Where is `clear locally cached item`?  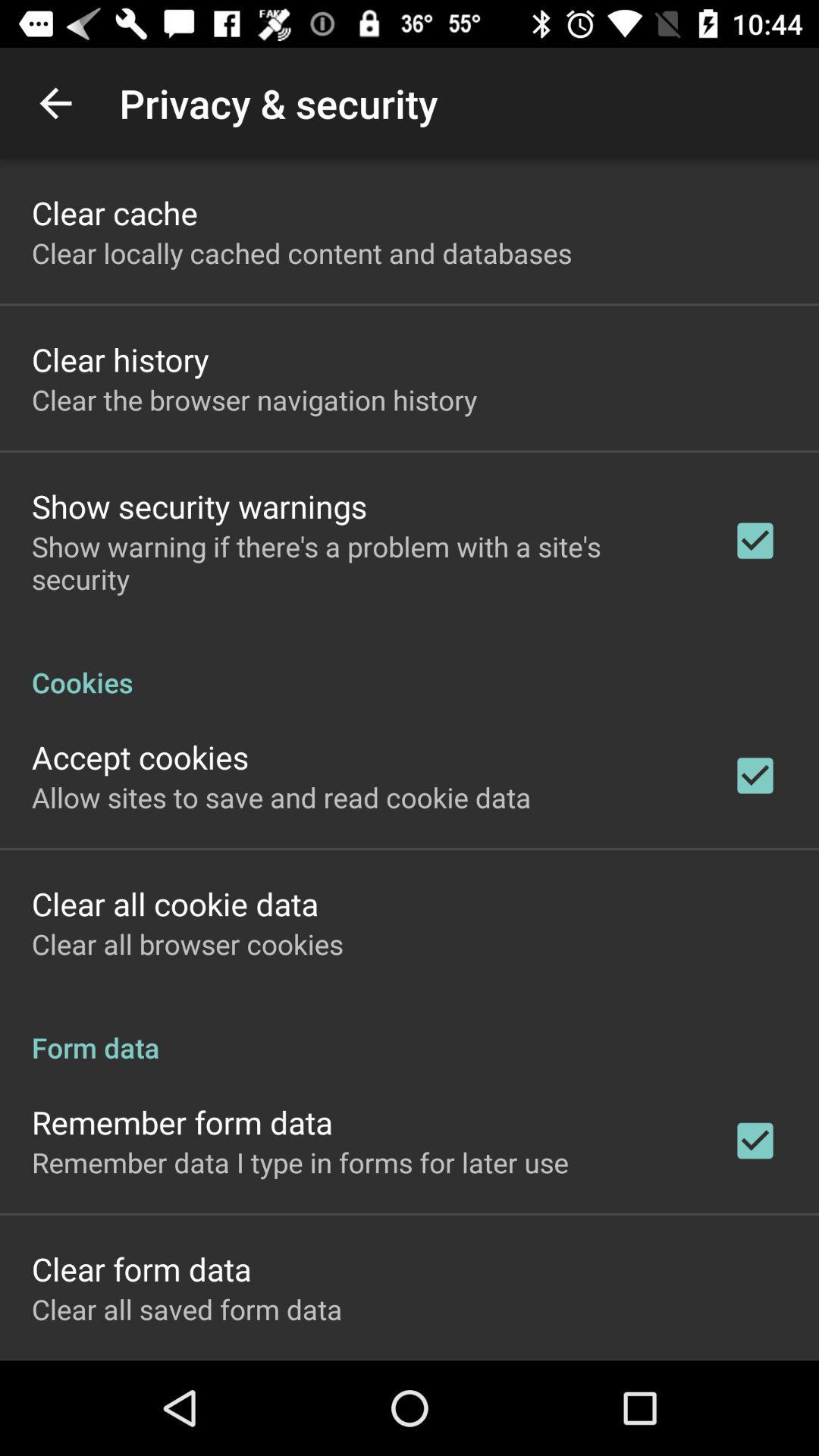 clear locally cached item is located at coordinates (302, 253).